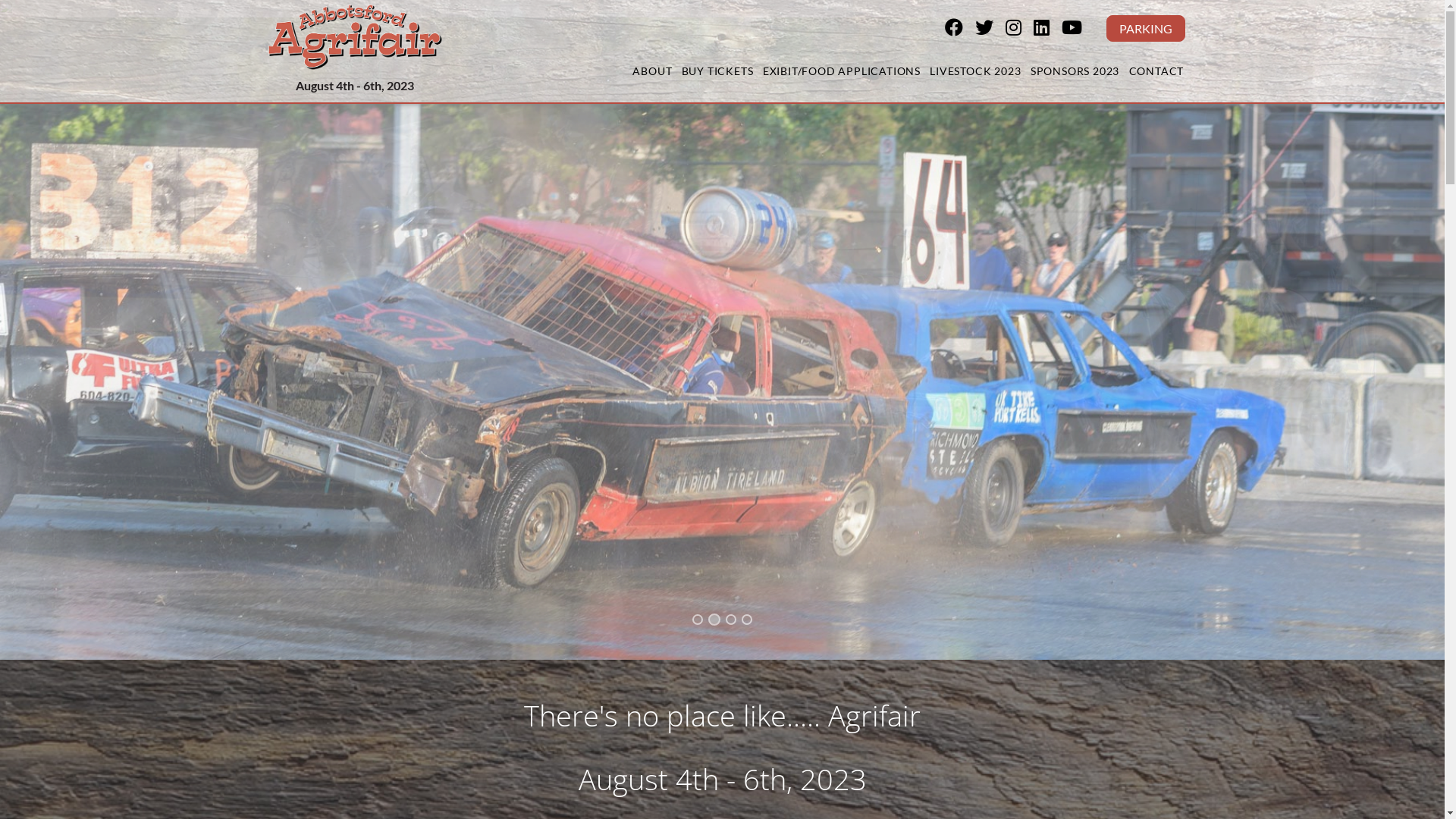  What do you see at coordinates (761, 72) in the screenshot?
I see `'EXIBIT/FOOD APPLICATIONS'` at bounding box center [761, 72].